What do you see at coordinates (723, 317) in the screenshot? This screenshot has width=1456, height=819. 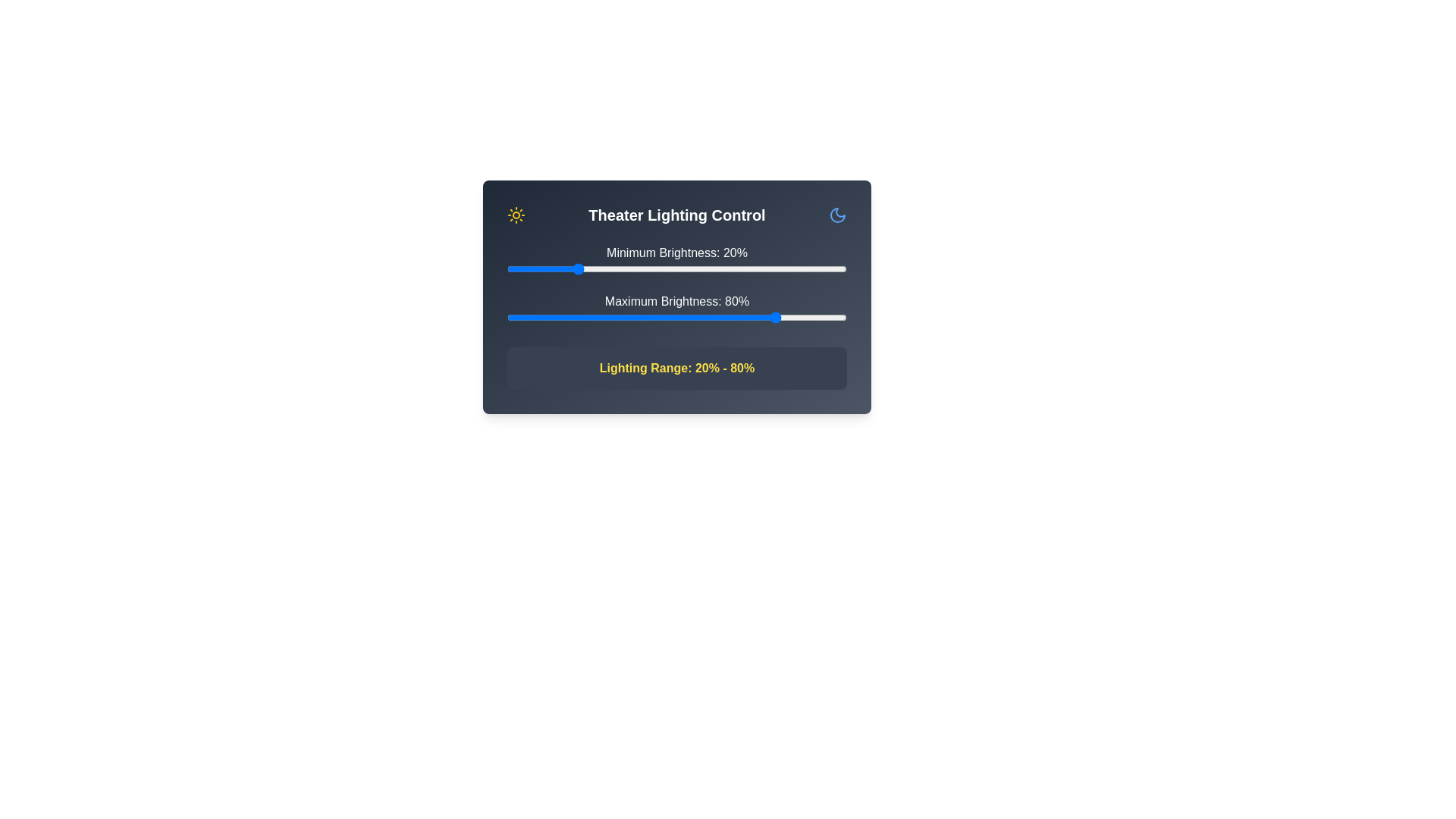 I see `the maximum brightness slider to 64%` at bounding box center [723, 317].